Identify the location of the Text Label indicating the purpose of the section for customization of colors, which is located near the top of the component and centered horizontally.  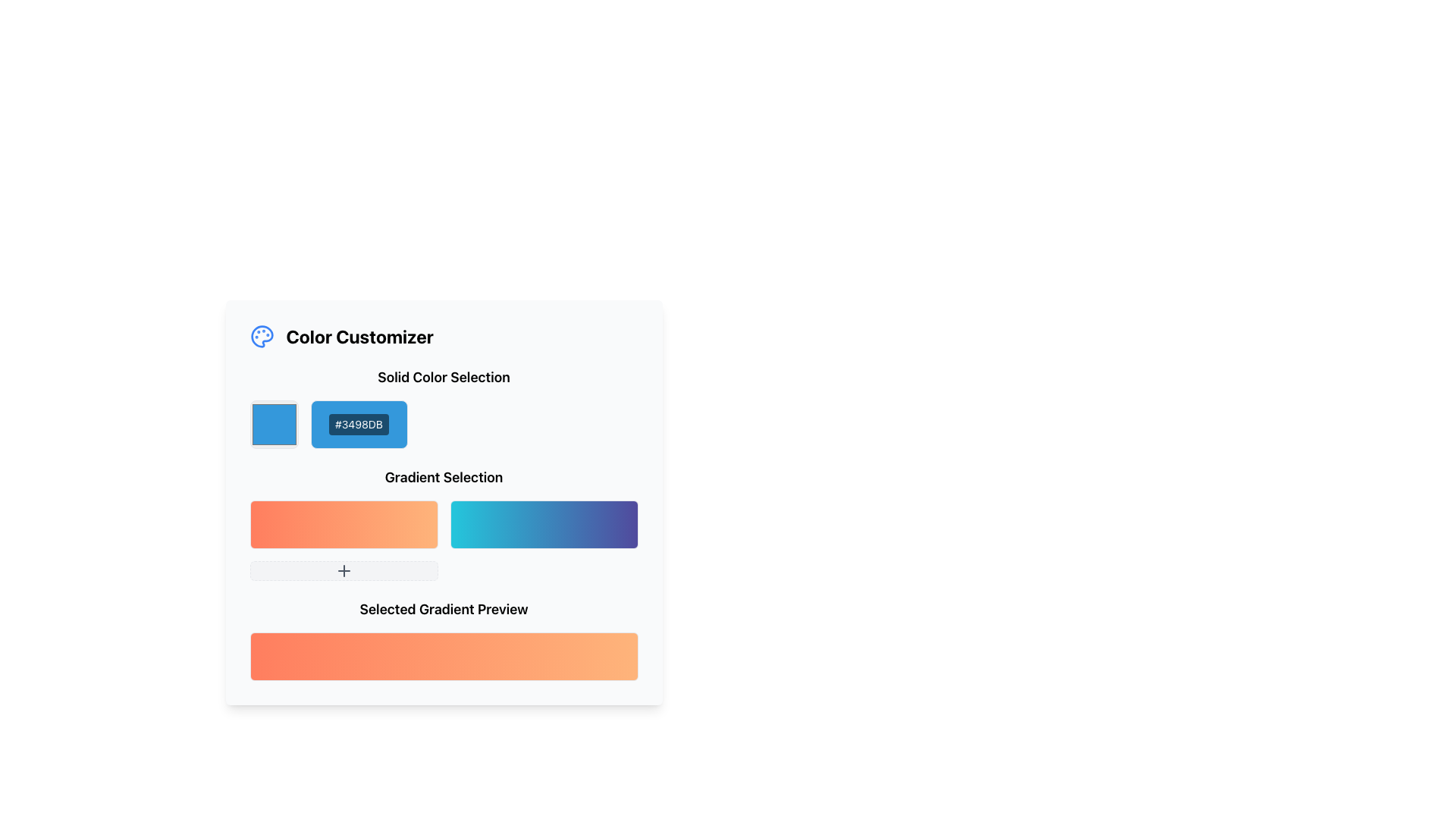
(359, 335).